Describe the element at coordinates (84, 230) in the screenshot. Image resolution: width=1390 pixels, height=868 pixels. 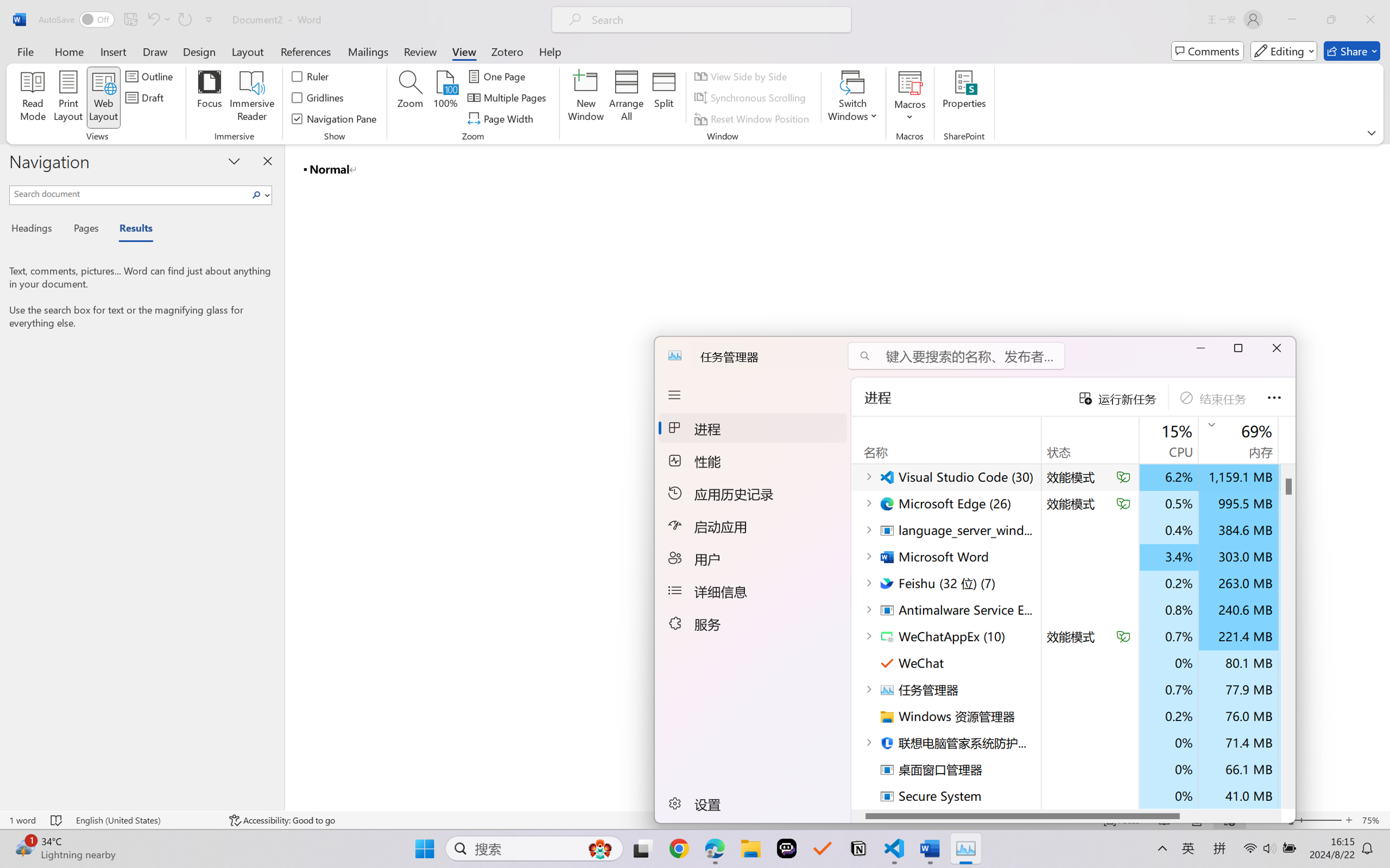
I see `'Pages'` at that location.